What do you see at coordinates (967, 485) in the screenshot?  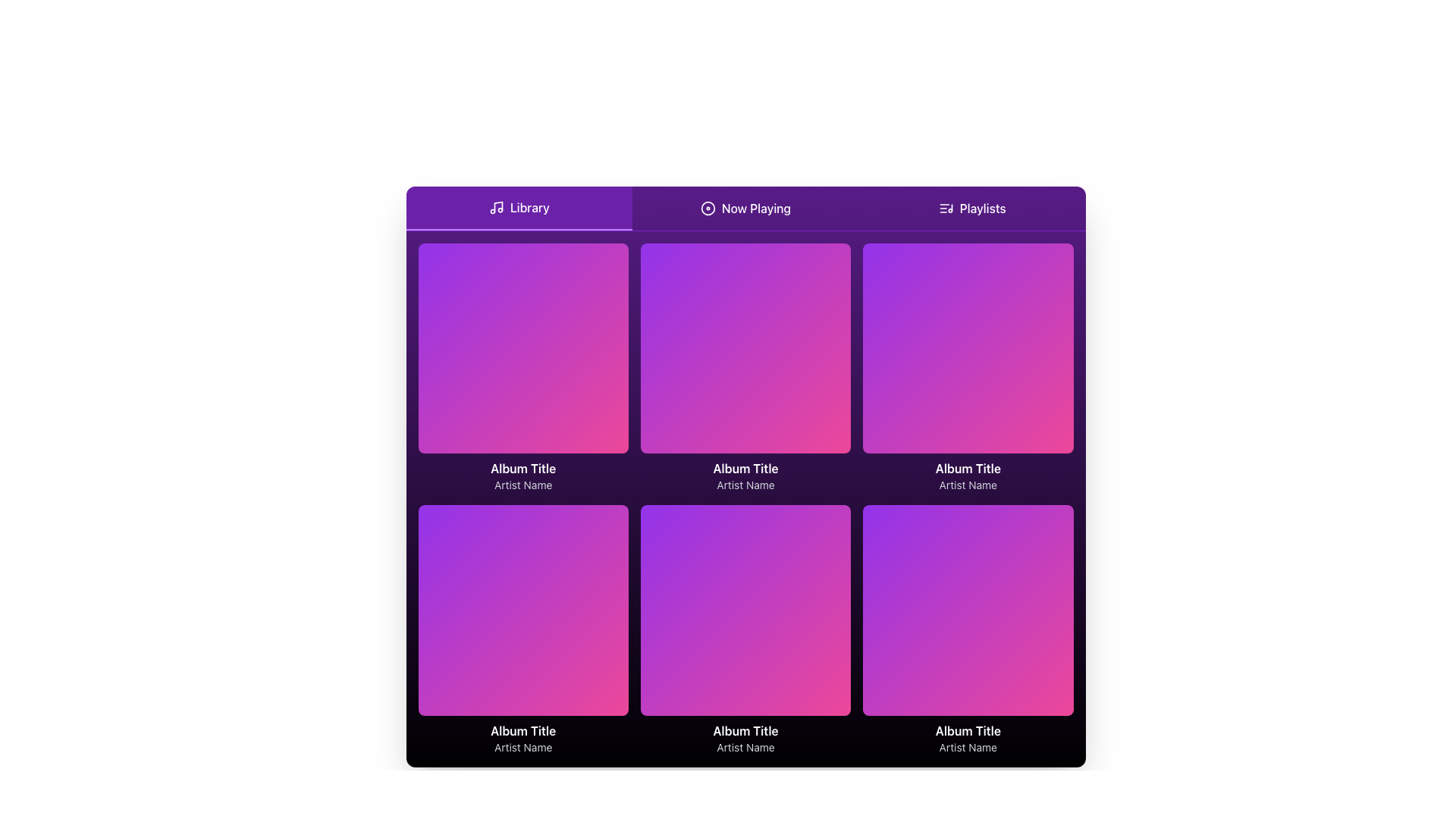 I see `the static label that reads 'Artist Name', which is styled in a small, light gray font and located below the bold 'Album Title' text in the album cover section` at bounding box center [967, 485].